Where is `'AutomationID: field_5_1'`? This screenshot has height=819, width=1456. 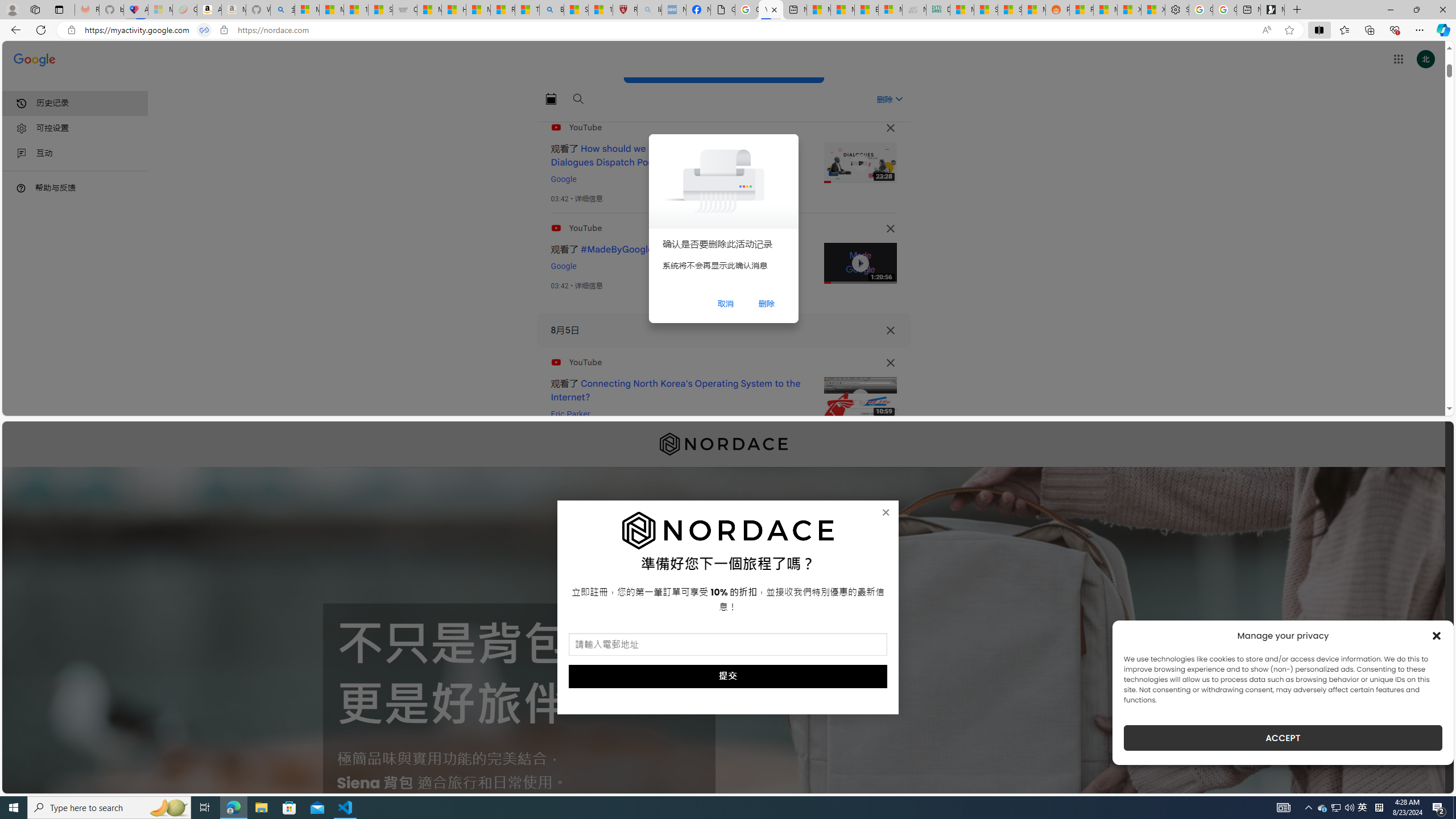
'AutomationID: field_5_1' is located at coordinates (728, 645).